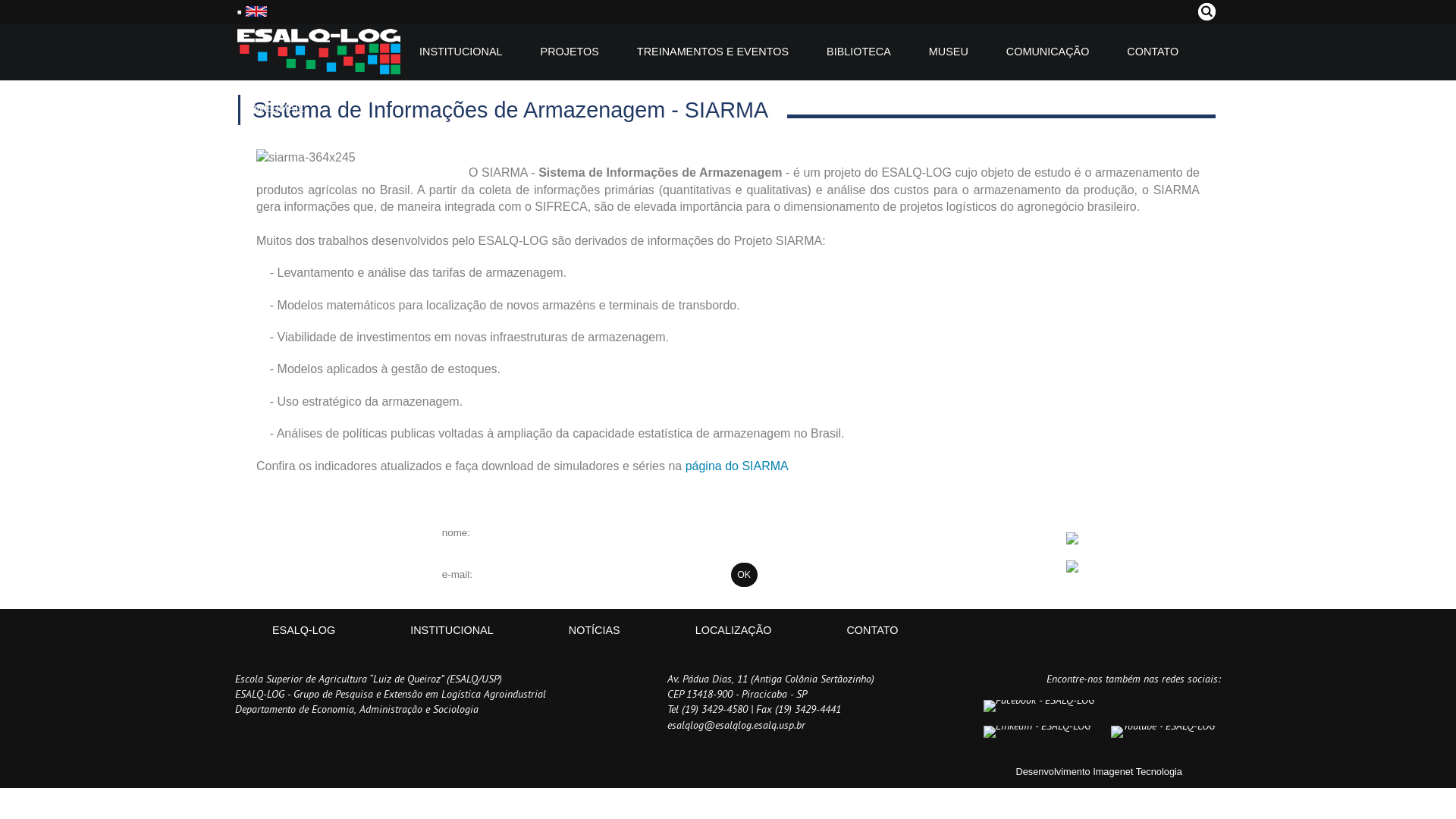 The height and width of the screenshot is (819, 1456). Describe the element at coordinates (1104, 570) in the screenshot. I see `'Google Play'` at that location.